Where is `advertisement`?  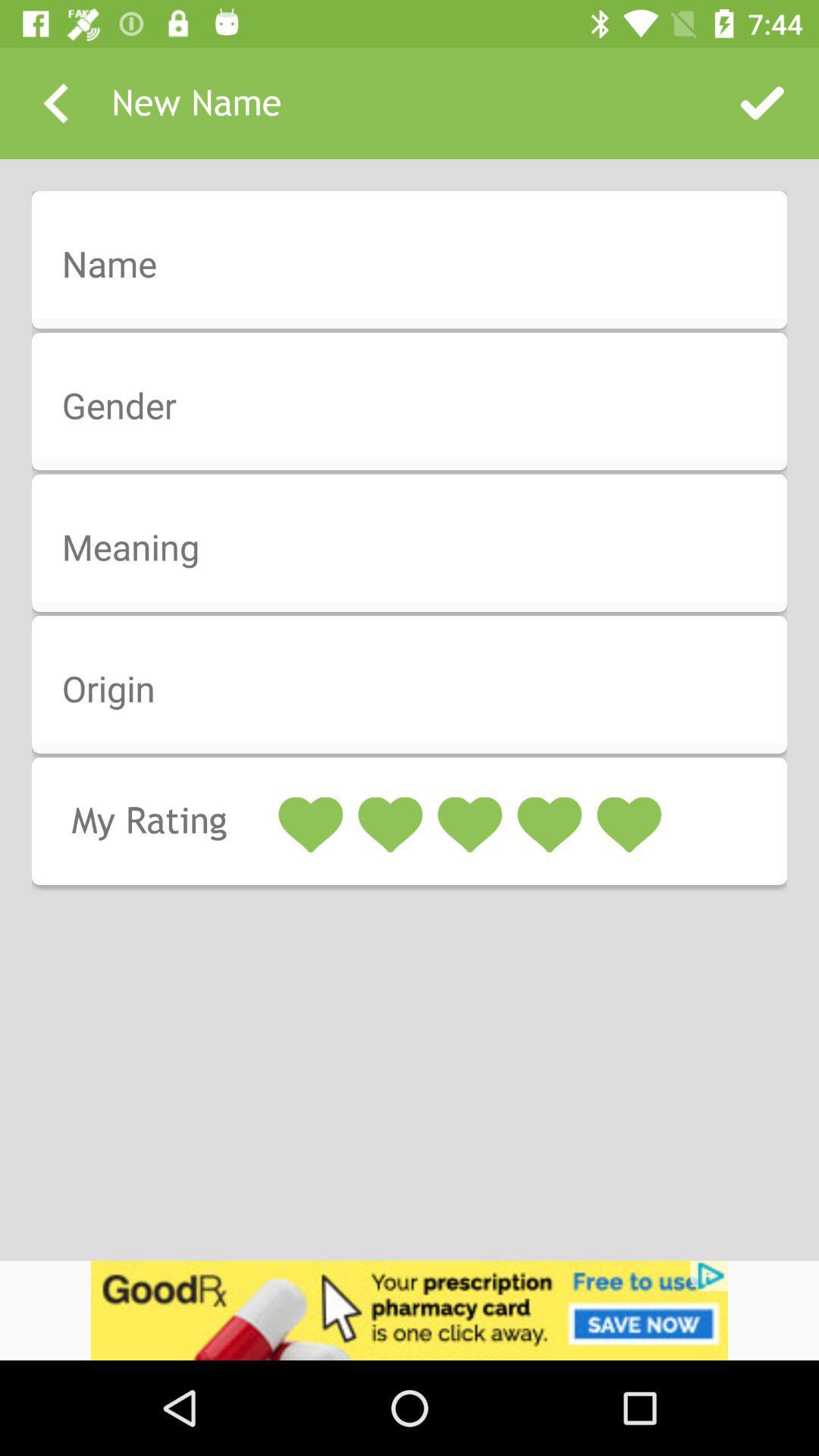 advertisement is located at coordinates (409, 1310).